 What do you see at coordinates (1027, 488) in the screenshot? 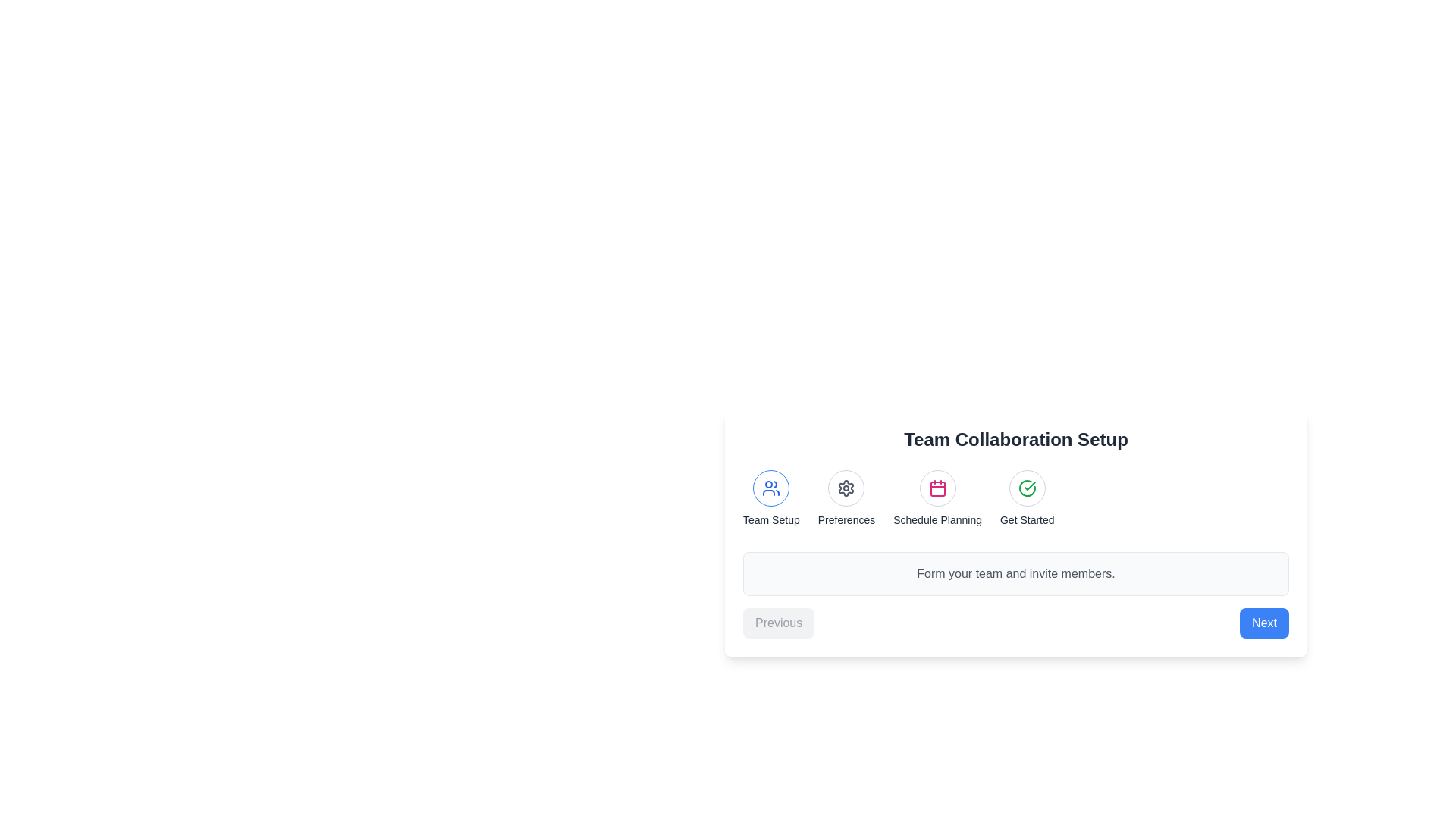
I see `SVG properties of the decorative element that emphasizes a positive status, located under the 'Get Started' text and positioned within the circular icon` at bounding box center [1027, 488].